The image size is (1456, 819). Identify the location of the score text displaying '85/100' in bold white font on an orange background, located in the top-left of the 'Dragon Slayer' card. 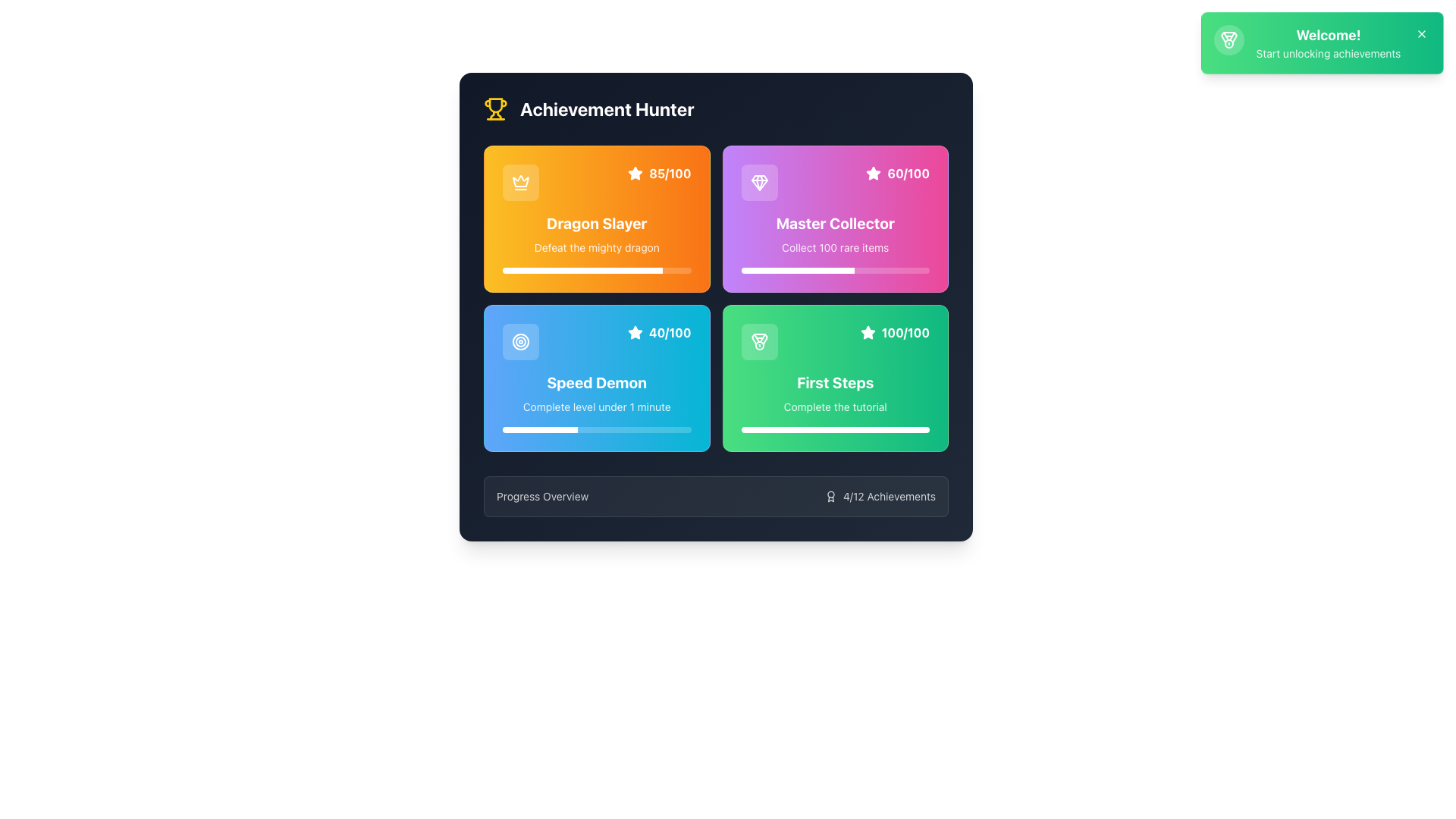
(669, 172).